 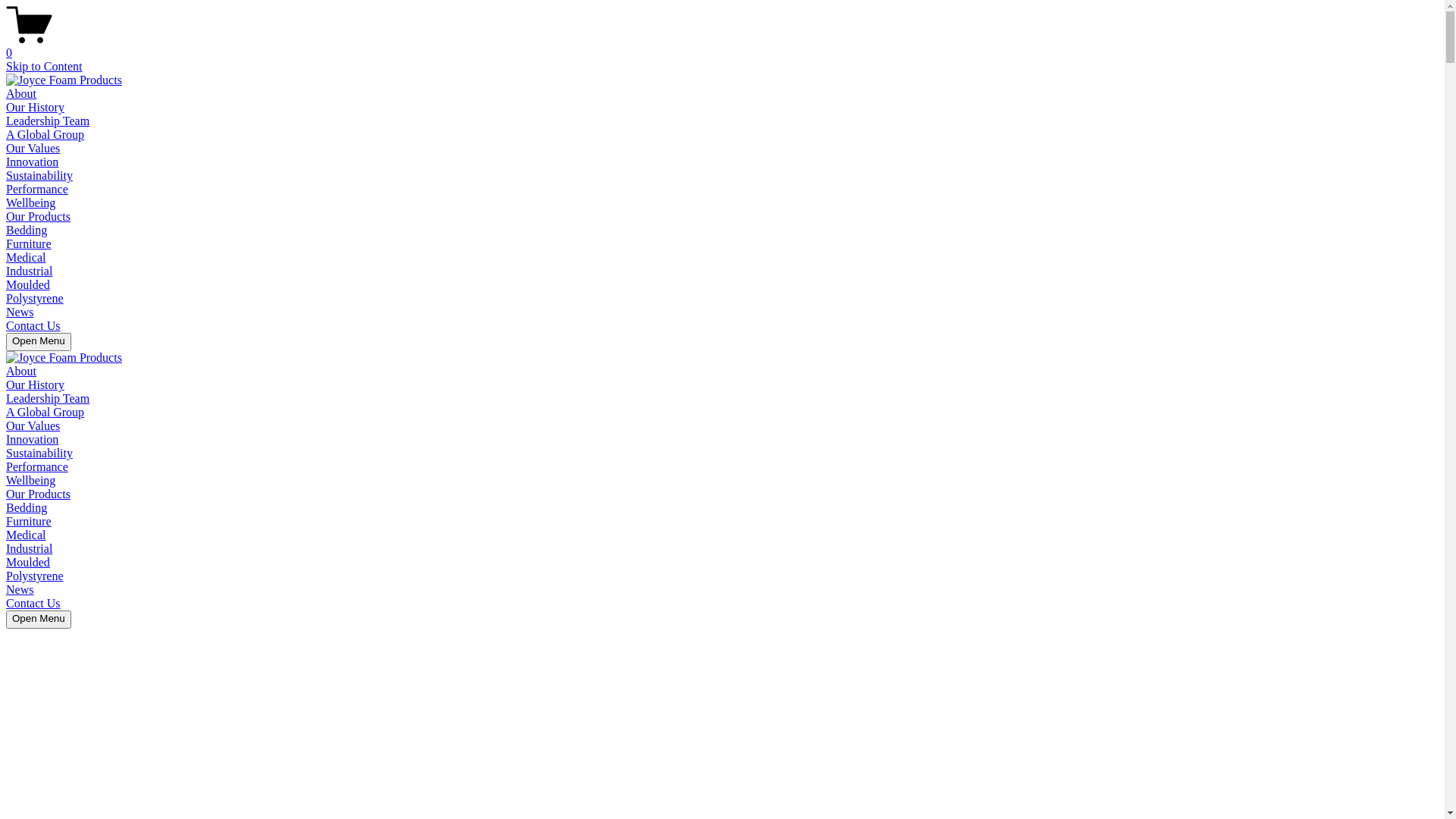 What do you see at coordinates (39, 174) in the screenshot?
I see `'Sustainability'` at bounding box center [39, 174].